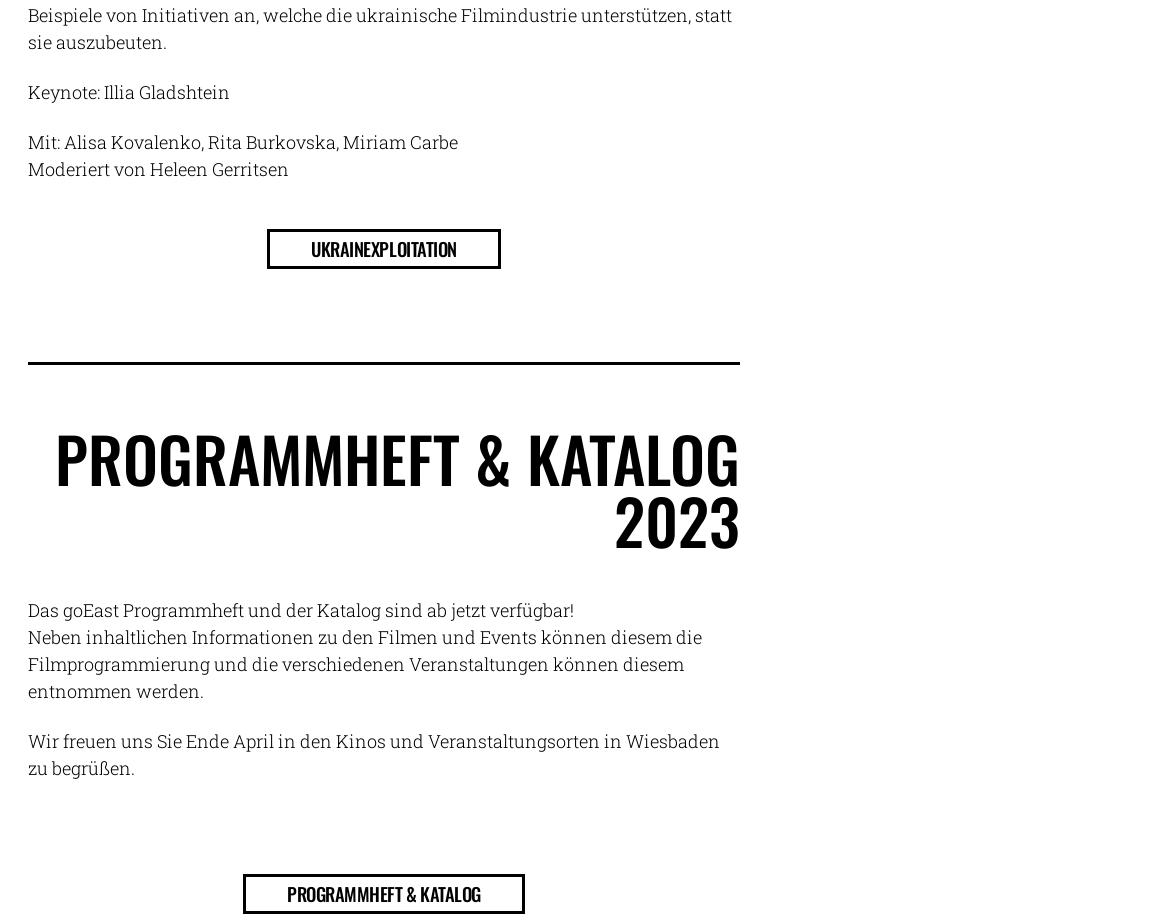  I want to click on 'Keynote: Illia Gladshtein', so click(128, 92).